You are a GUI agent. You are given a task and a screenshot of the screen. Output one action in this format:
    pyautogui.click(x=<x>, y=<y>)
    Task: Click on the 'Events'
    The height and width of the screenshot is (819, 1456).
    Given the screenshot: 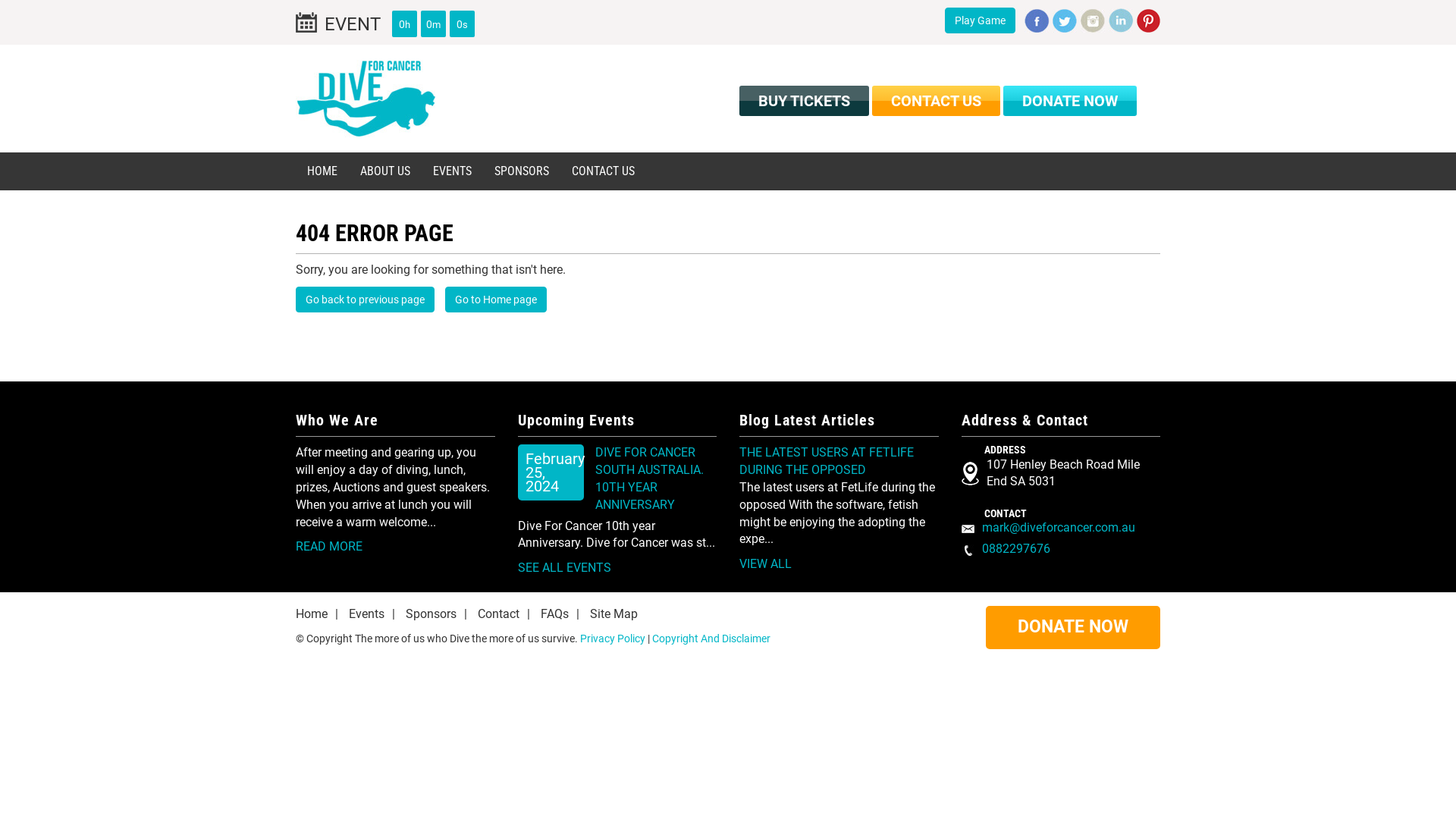 What is the action you would take?
    pyautogui.click(x=366, y=614)
    